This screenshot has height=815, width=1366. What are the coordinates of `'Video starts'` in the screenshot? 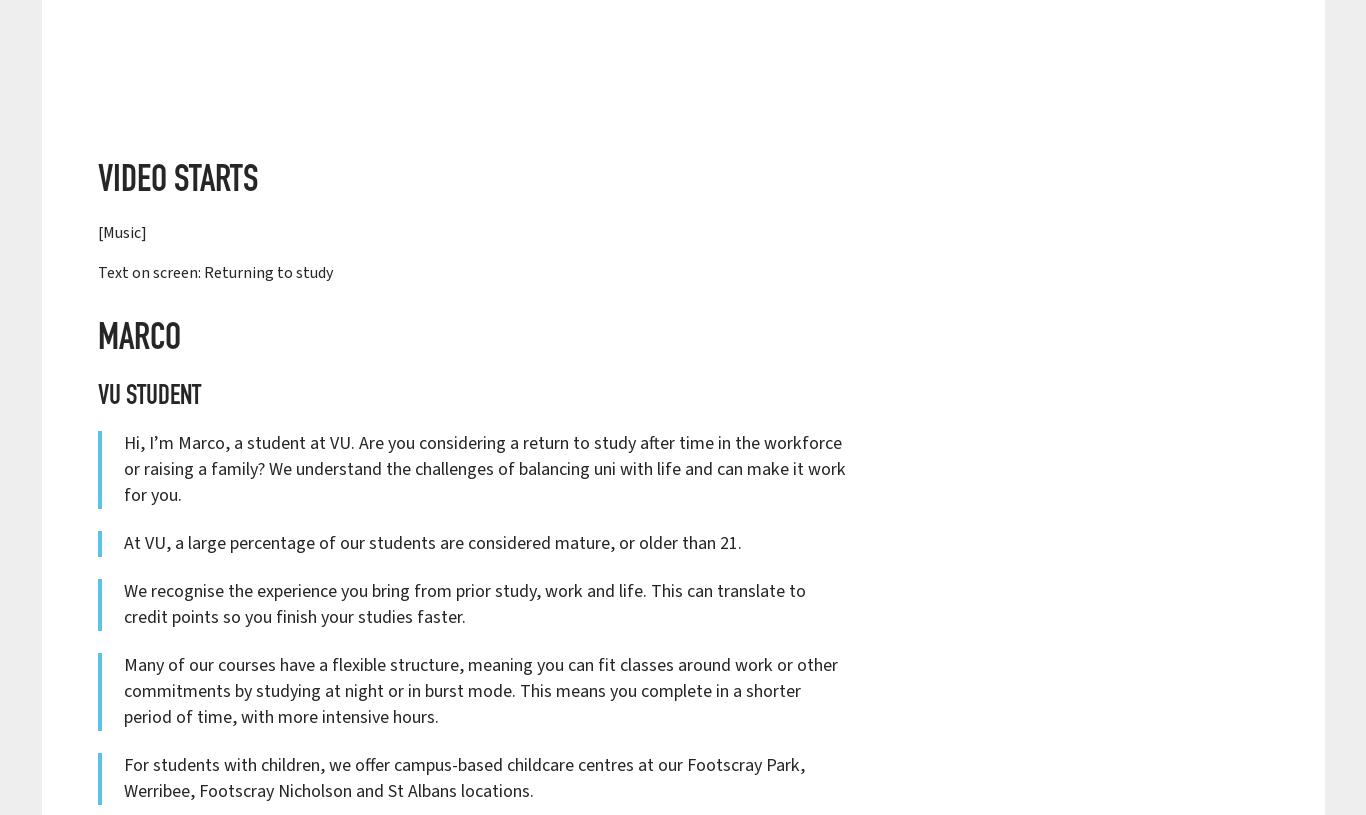 It's located at (176, 181).